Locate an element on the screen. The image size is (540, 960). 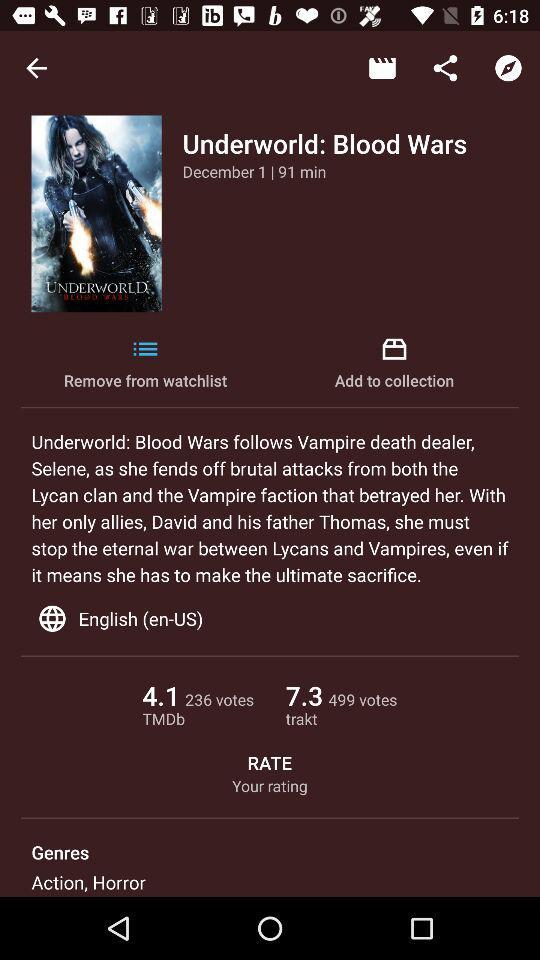
the item to the right of remove from watchlist icon is located at coordinates (394, 363).